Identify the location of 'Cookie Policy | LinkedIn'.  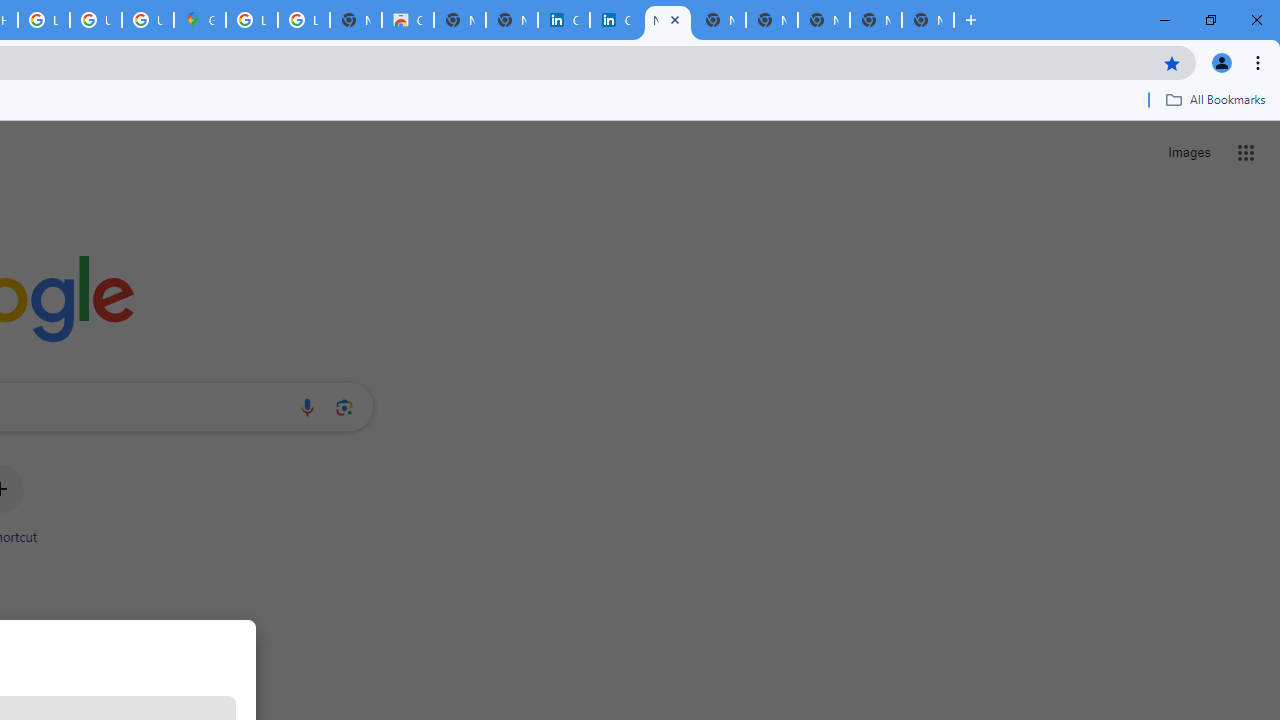
(615, 20).